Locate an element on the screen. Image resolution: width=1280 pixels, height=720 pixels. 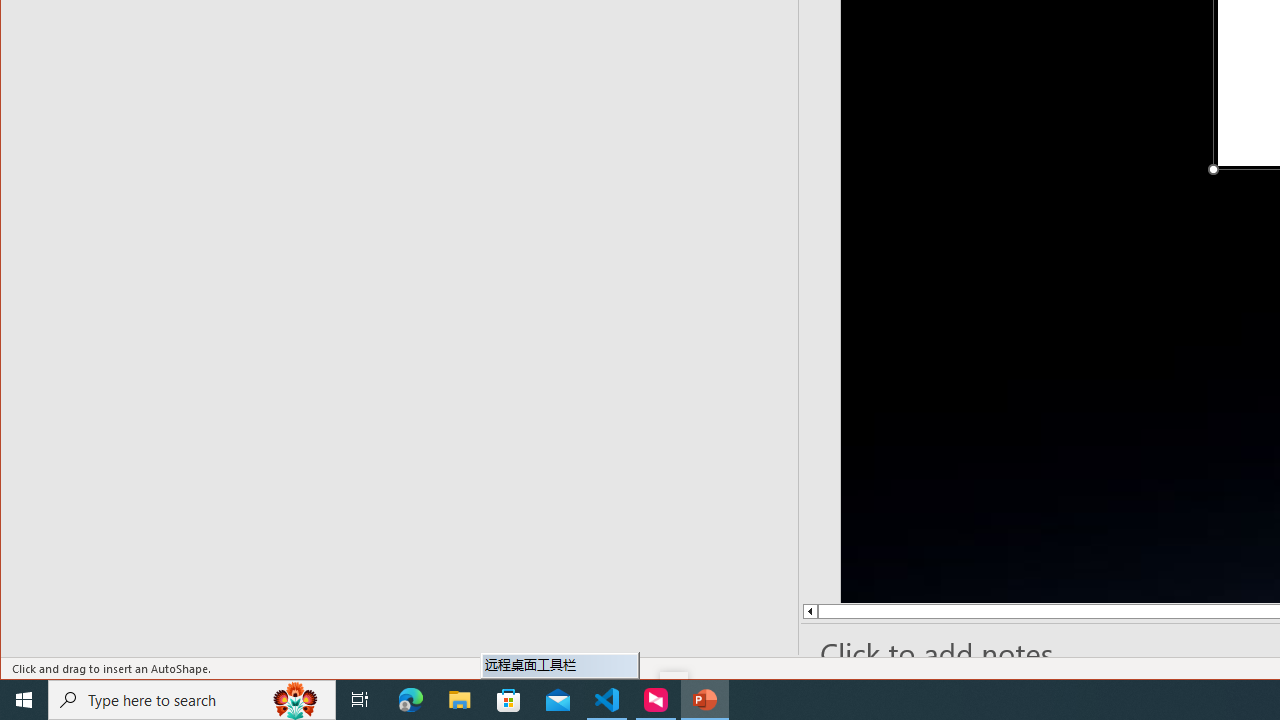
'File Explorer' is located at coordinates (459, 698).